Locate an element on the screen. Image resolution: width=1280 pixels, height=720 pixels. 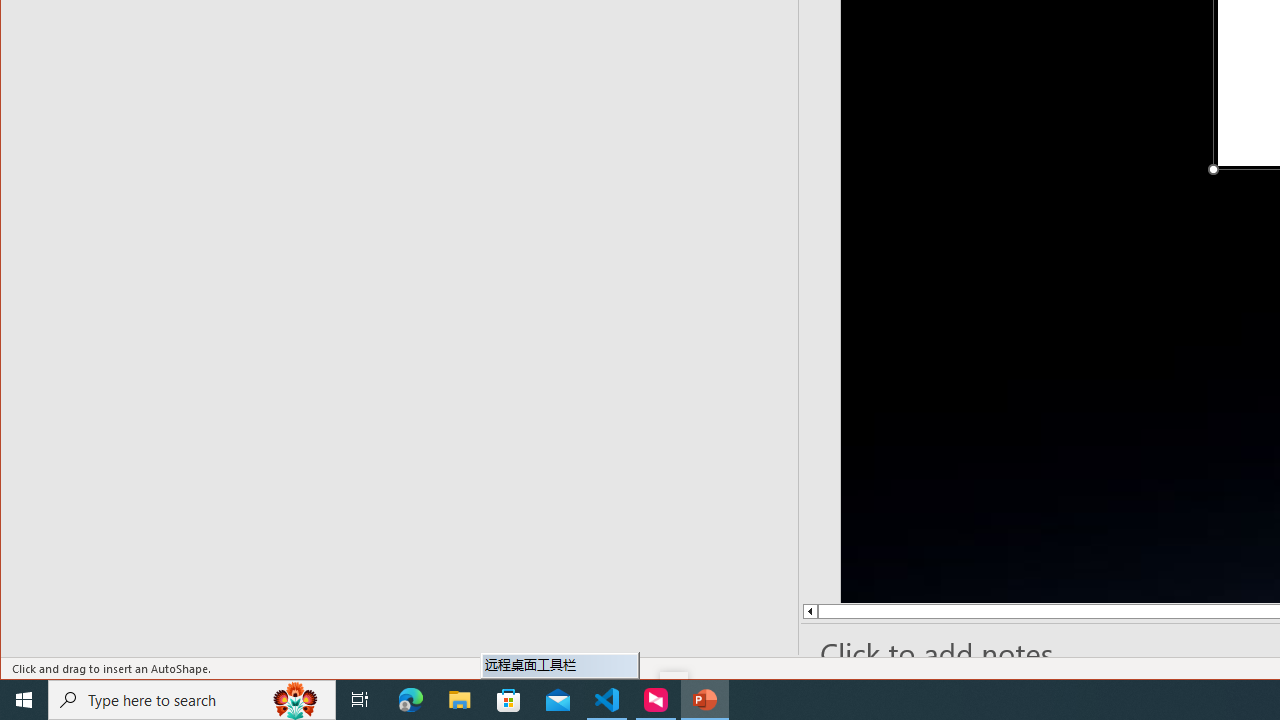
'File Explorer' is located at coordinates (459, 698).